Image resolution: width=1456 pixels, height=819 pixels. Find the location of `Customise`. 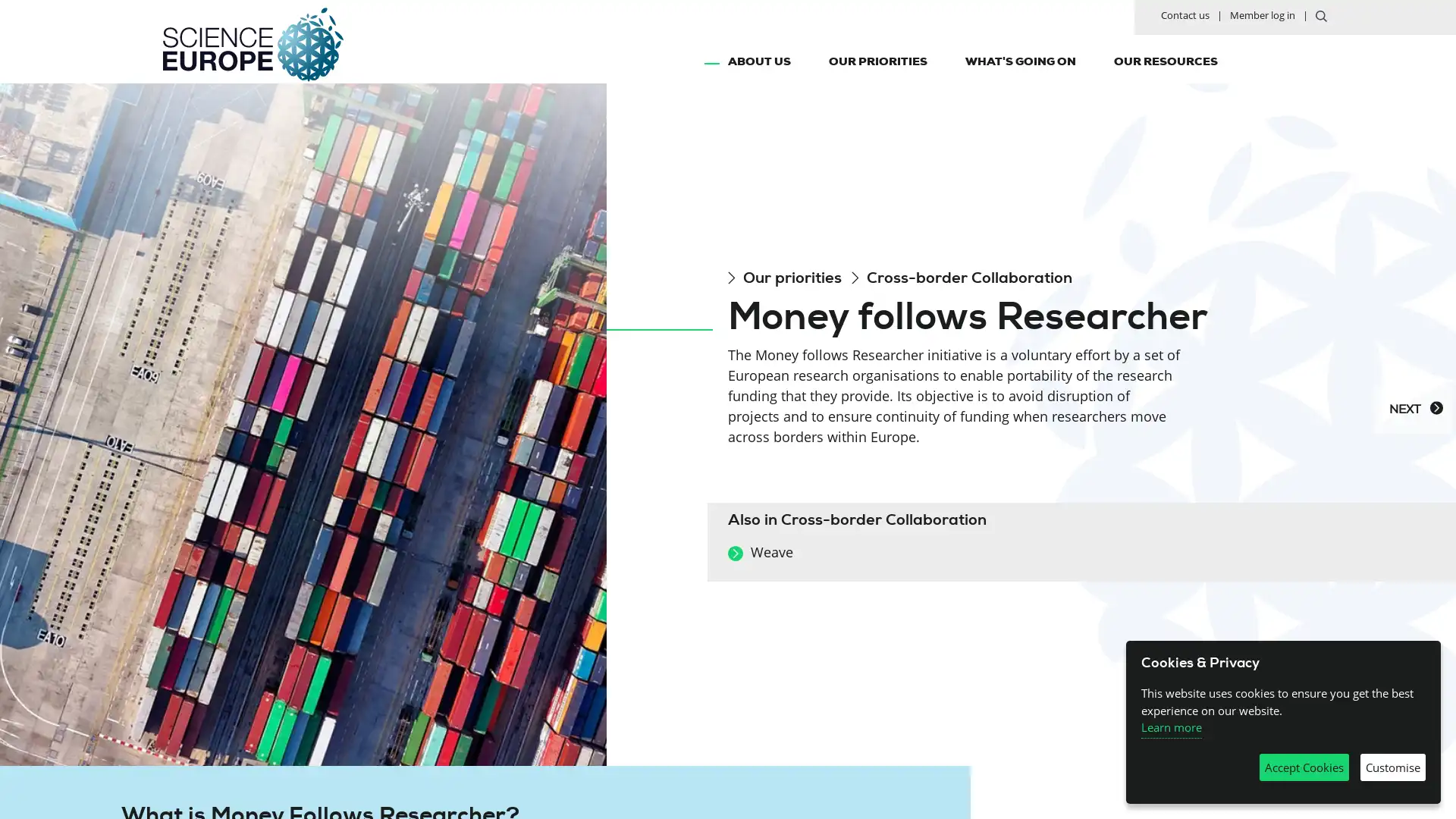

Customise is located at coordinates (1393, 767).